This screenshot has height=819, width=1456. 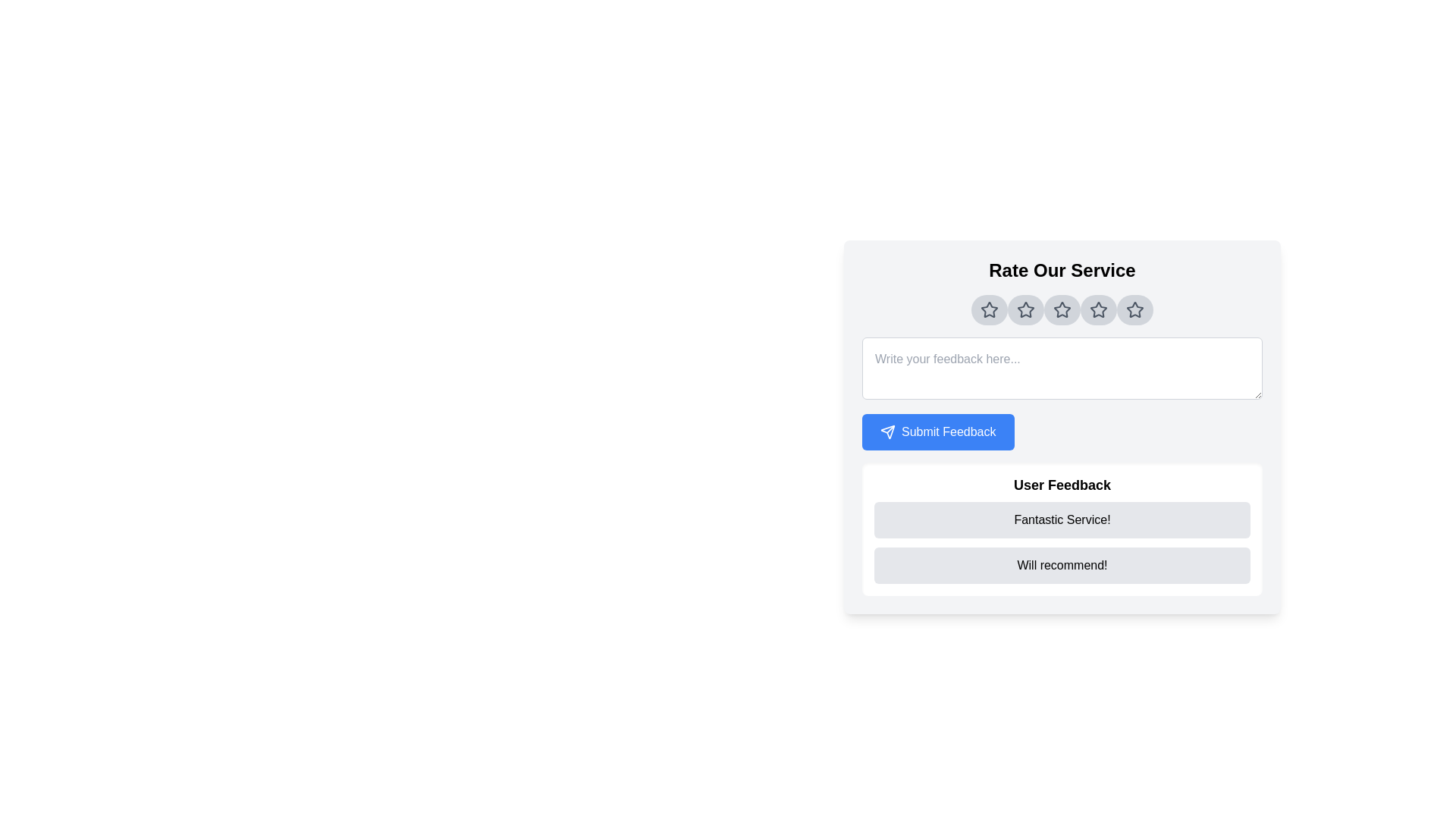 I want to click on the third star icon in the row under the heading 'Rate Our Service', so click(x=1061, y=309).